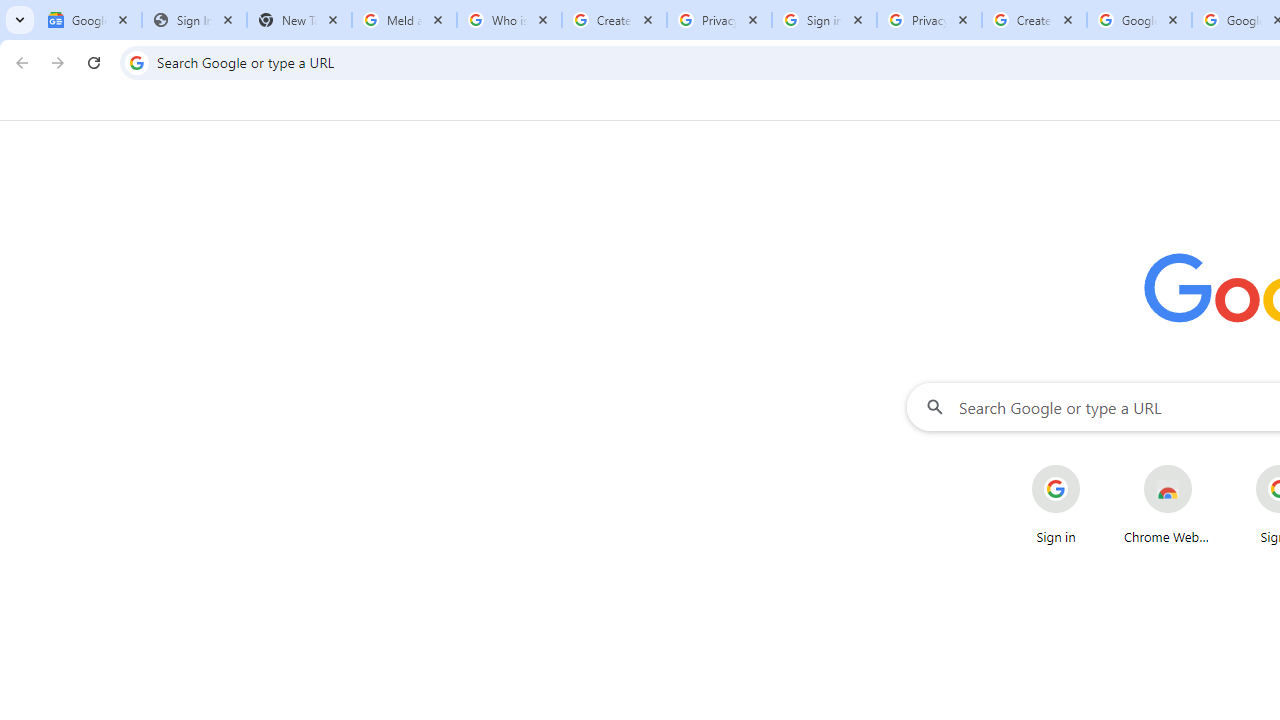  I want to click on 'New Tab', so click(298, 20).